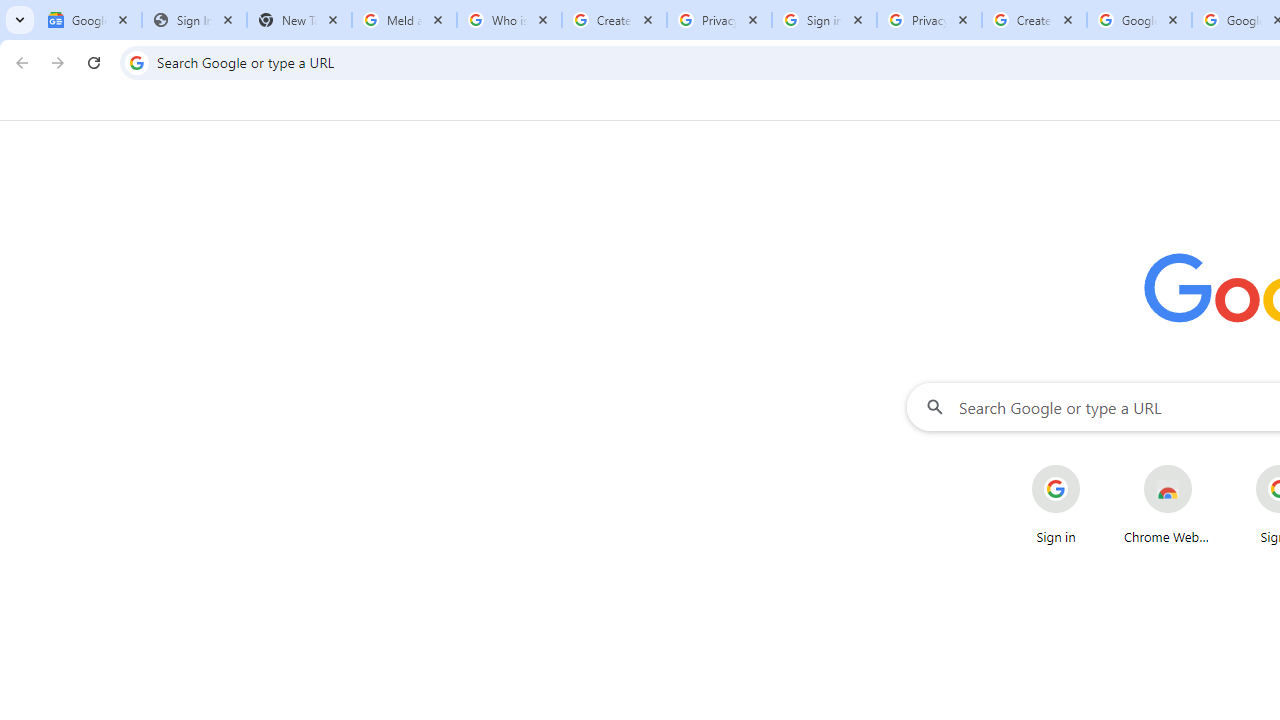  I want to click on 'New Tab', so click(298, 20).